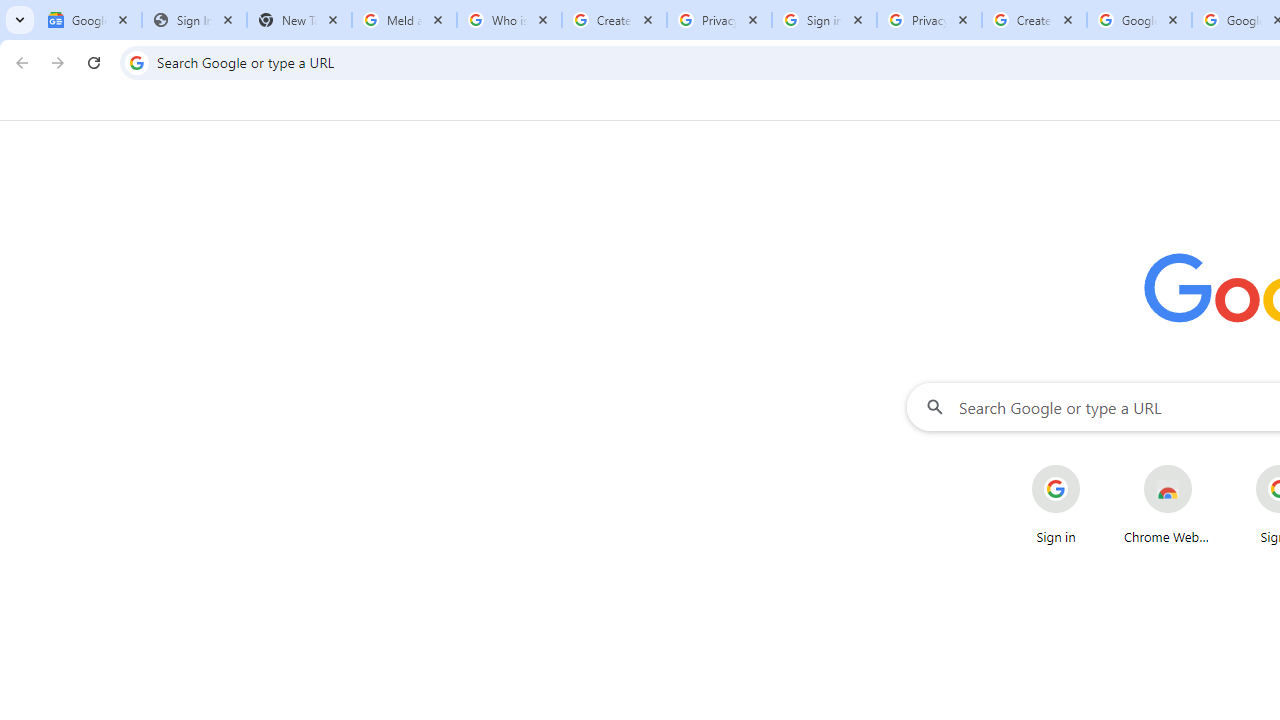  I want to click on 'New Tab', so click(298, 20).